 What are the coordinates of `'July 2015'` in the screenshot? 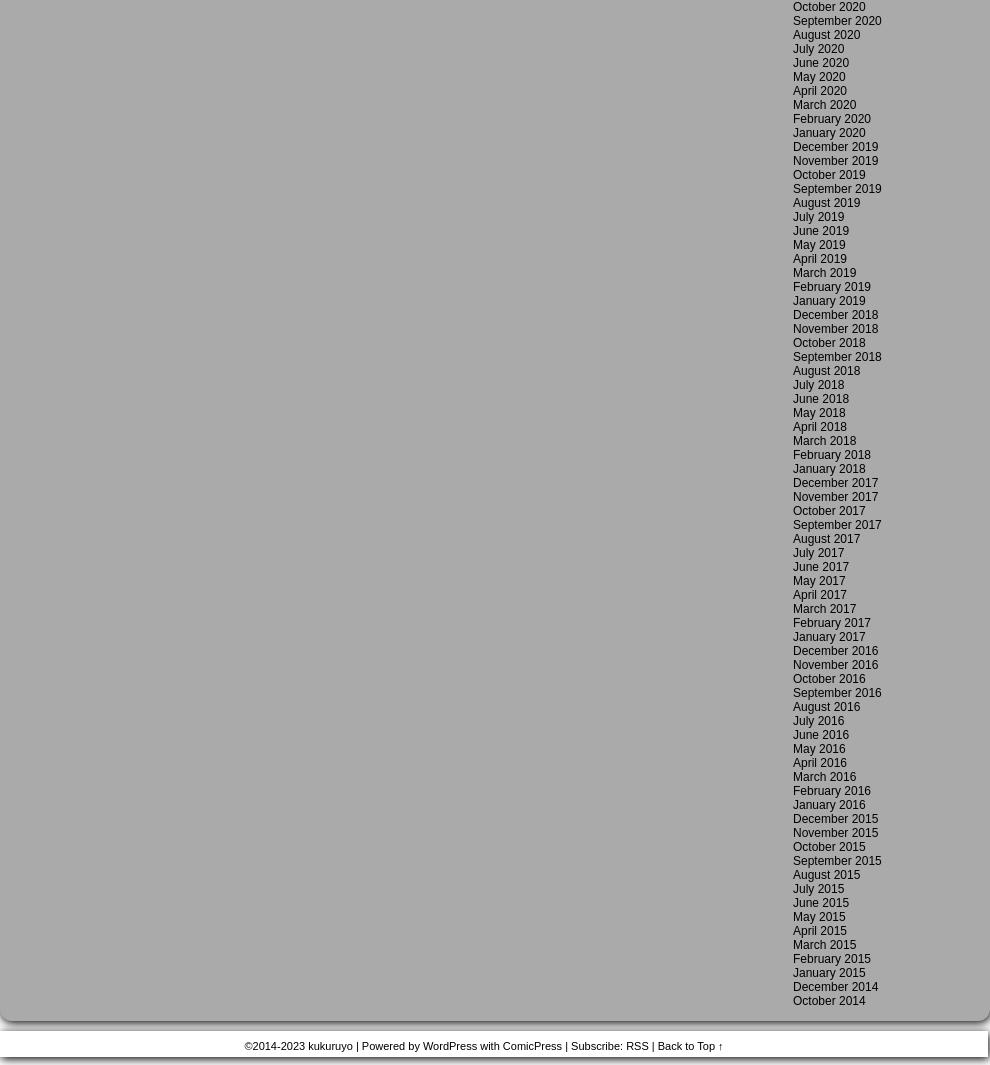 It's located at (817, 888).